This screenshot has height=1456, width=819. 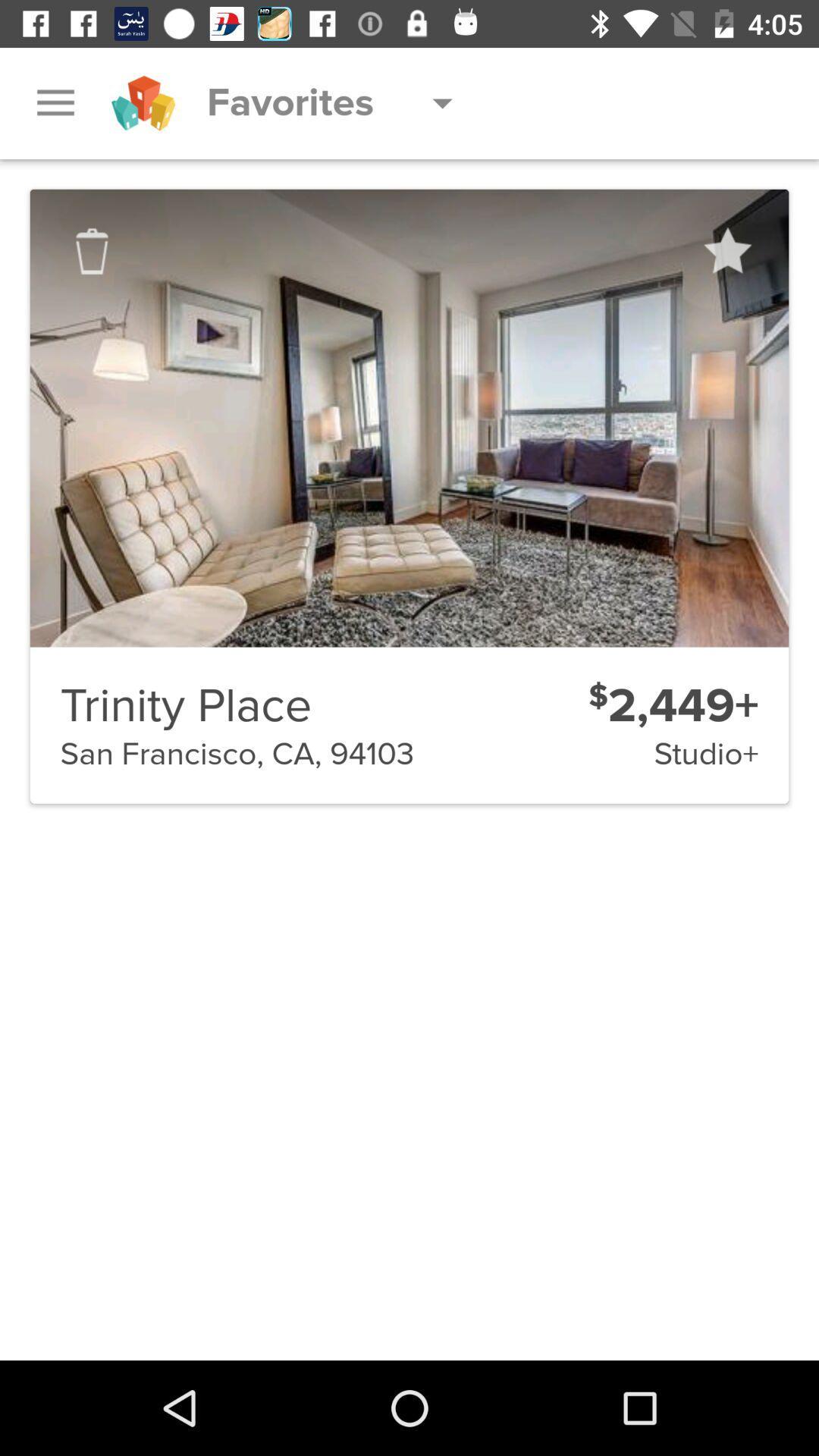 I want to click on delete, so click(x=92, y=251).